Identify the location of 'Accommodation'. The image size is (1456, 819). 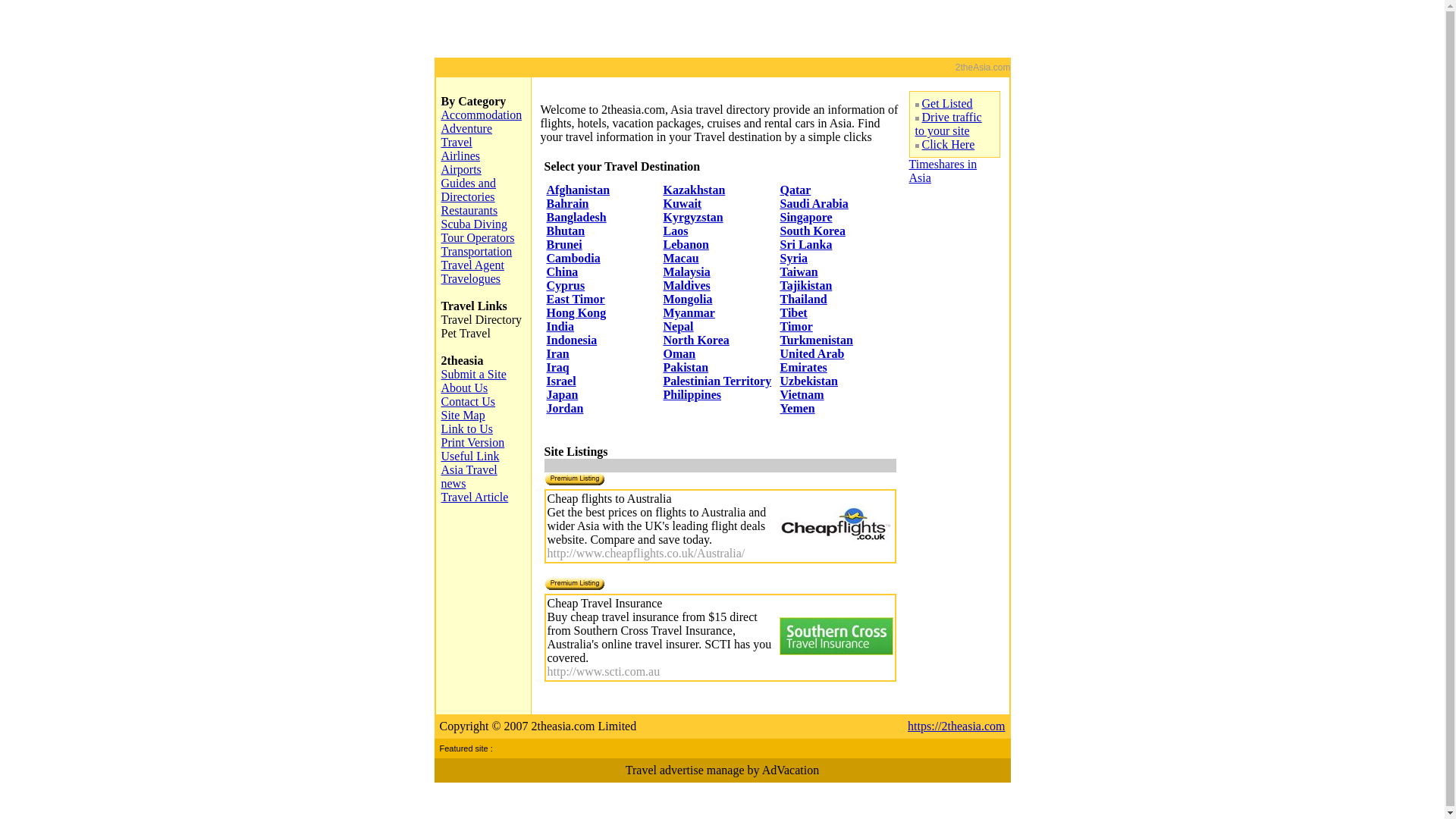
(481, 114).